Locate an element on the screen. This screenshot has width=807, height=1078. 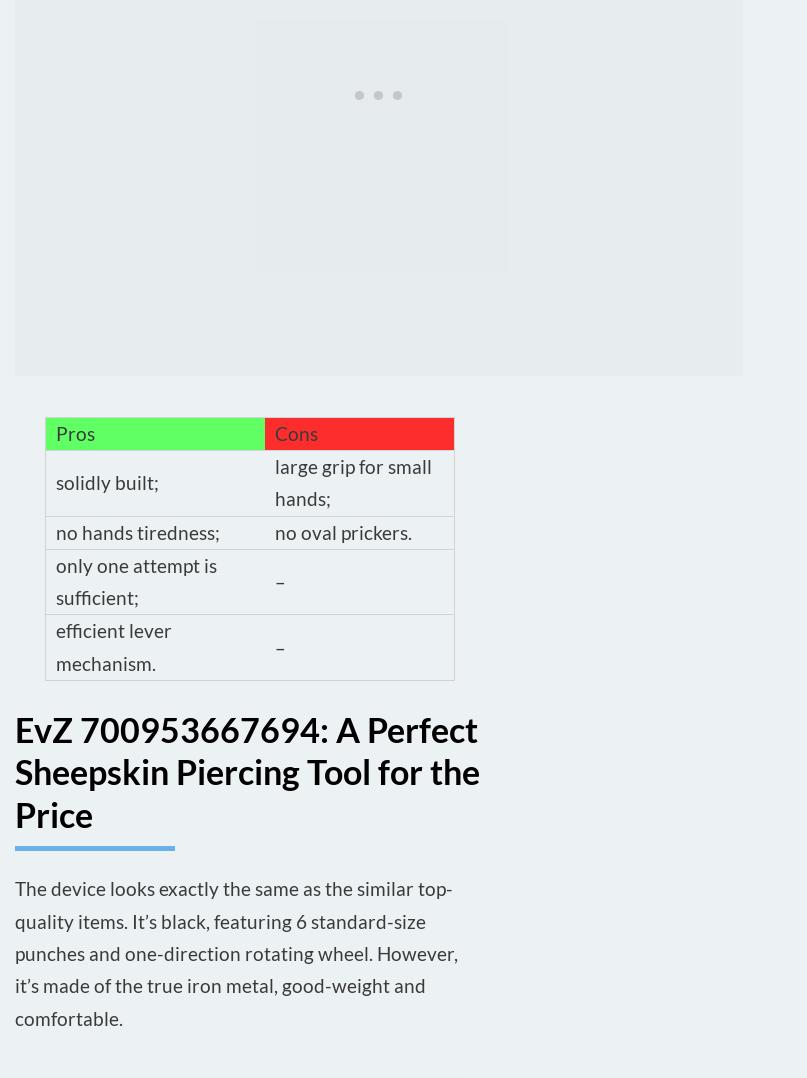
'large grip for small hands;' is located at coordinates (353, 480).